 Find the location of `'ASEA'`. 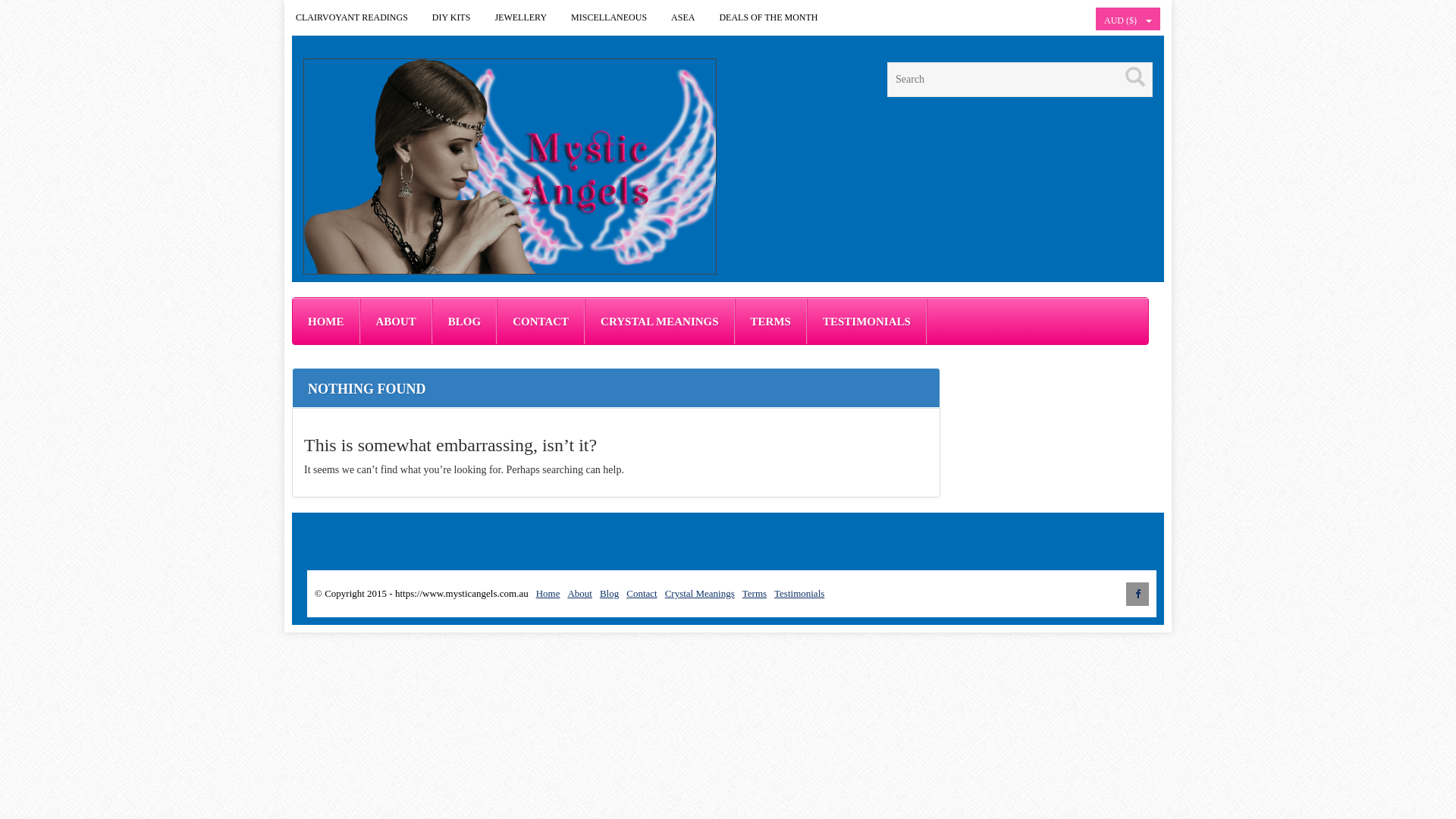

'ASEA' is located at coordinates (682, 17).